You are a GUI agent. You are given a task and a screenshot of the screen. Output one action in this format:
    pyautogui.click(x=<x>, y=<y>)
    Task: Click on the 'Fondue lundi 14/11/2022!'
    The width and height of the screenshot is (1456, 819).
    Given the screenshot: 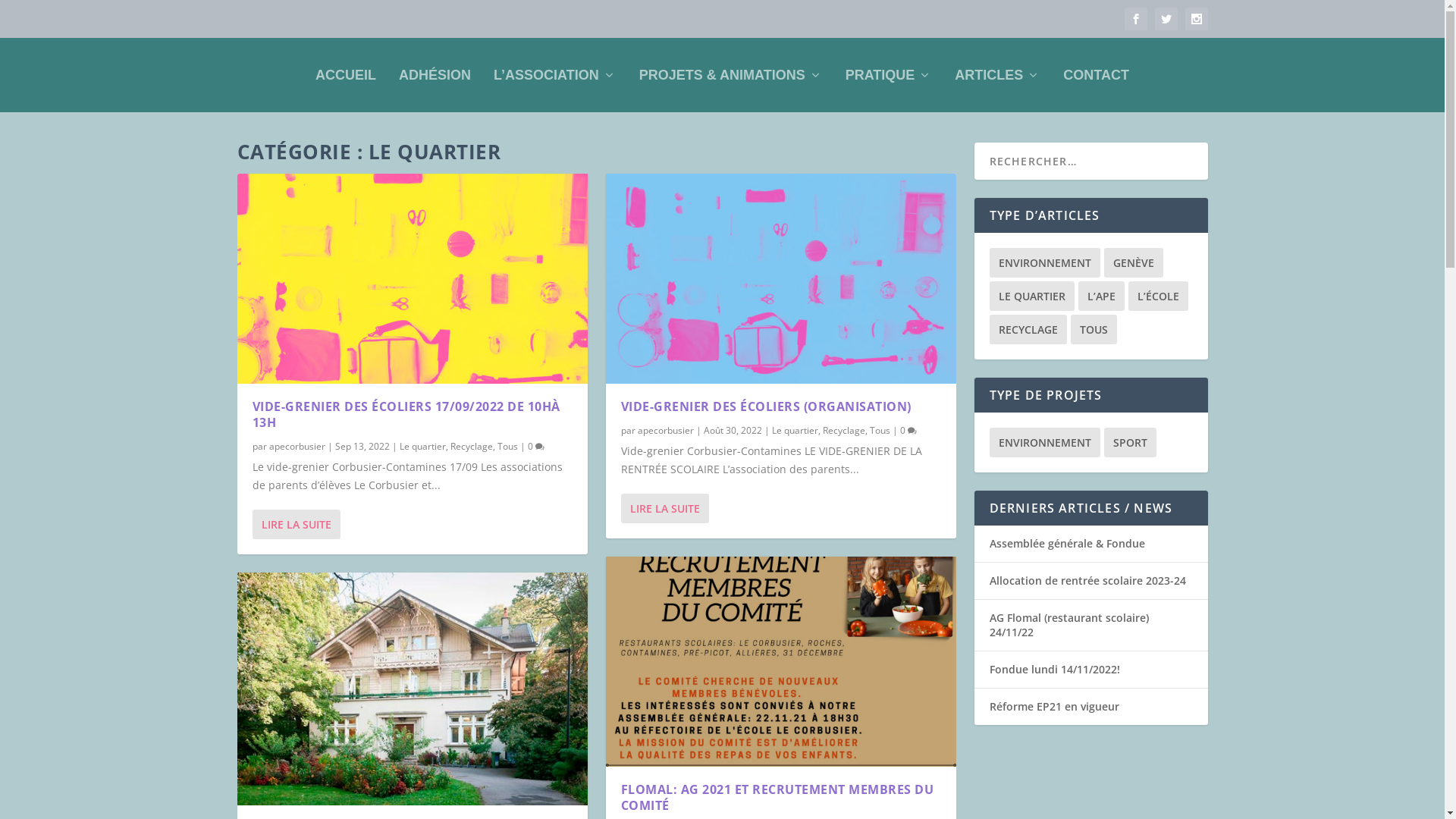 What is the action you would take?
    pyautogui.click(x=1053, y=668)
    